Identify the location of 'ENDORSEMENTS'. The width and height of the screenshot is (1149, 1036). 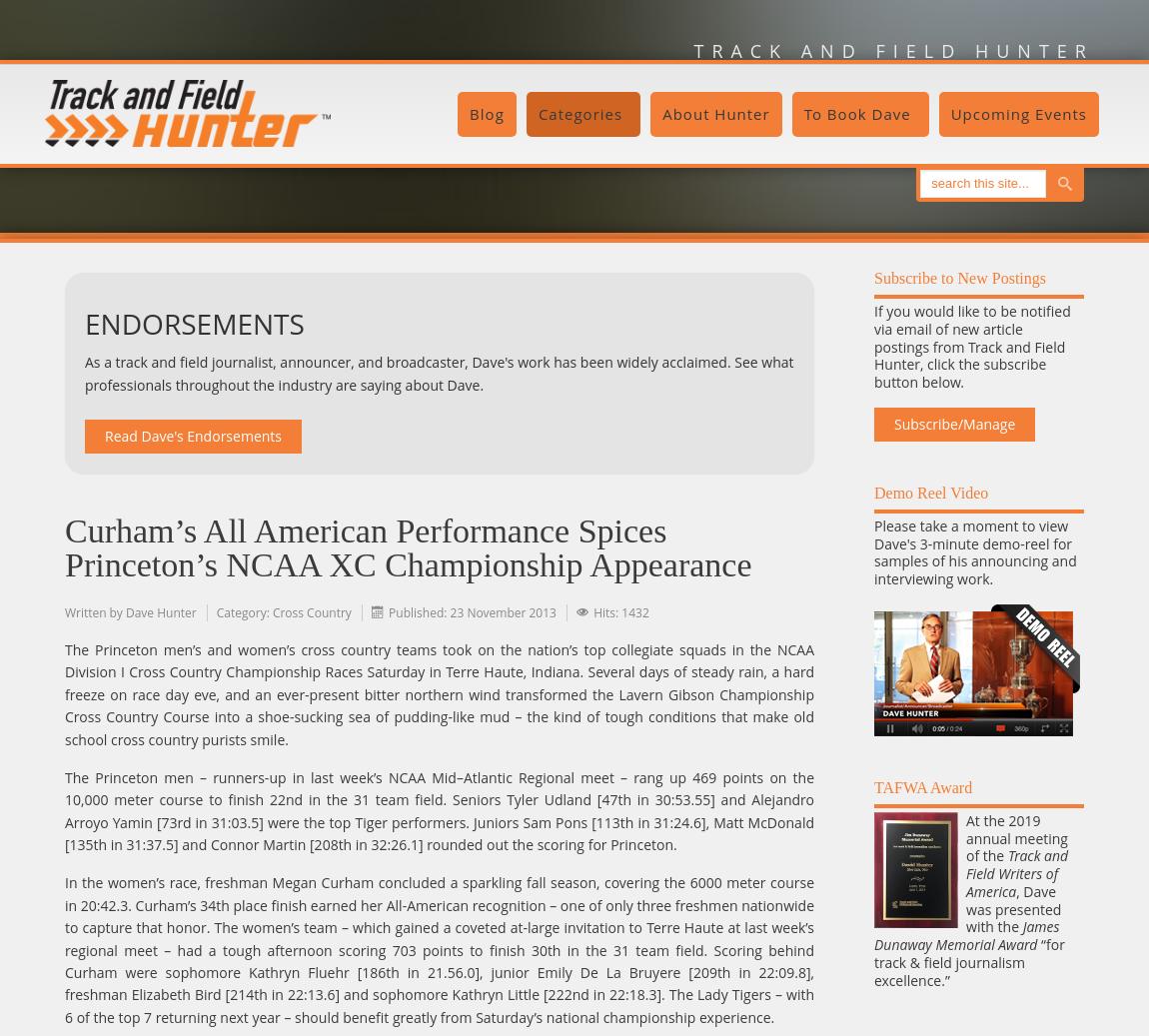
(193, 322).